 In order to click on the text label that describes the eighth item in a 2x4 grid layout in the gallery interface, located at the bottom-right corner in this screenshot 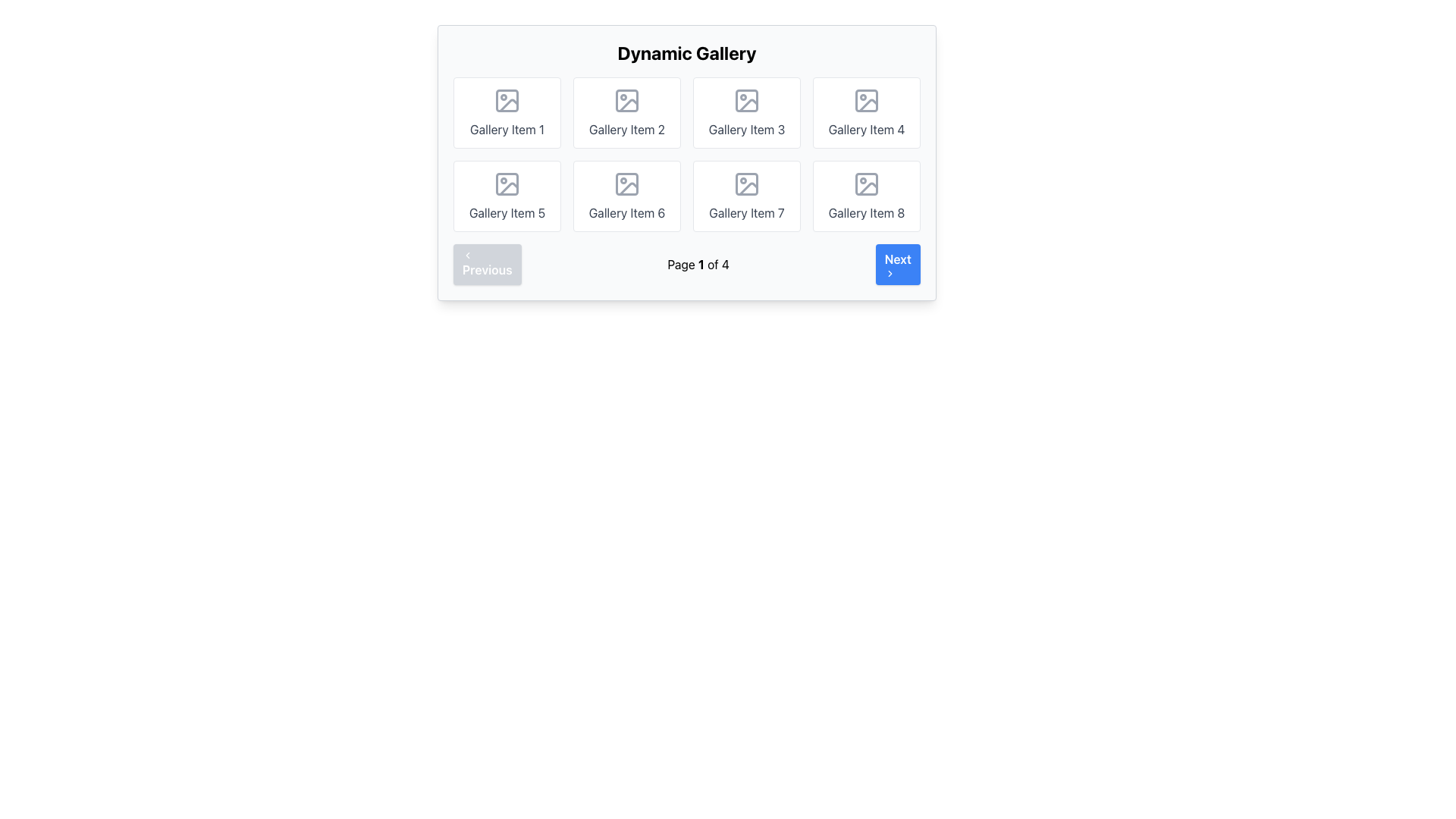, I will do `click(866, 213)`.